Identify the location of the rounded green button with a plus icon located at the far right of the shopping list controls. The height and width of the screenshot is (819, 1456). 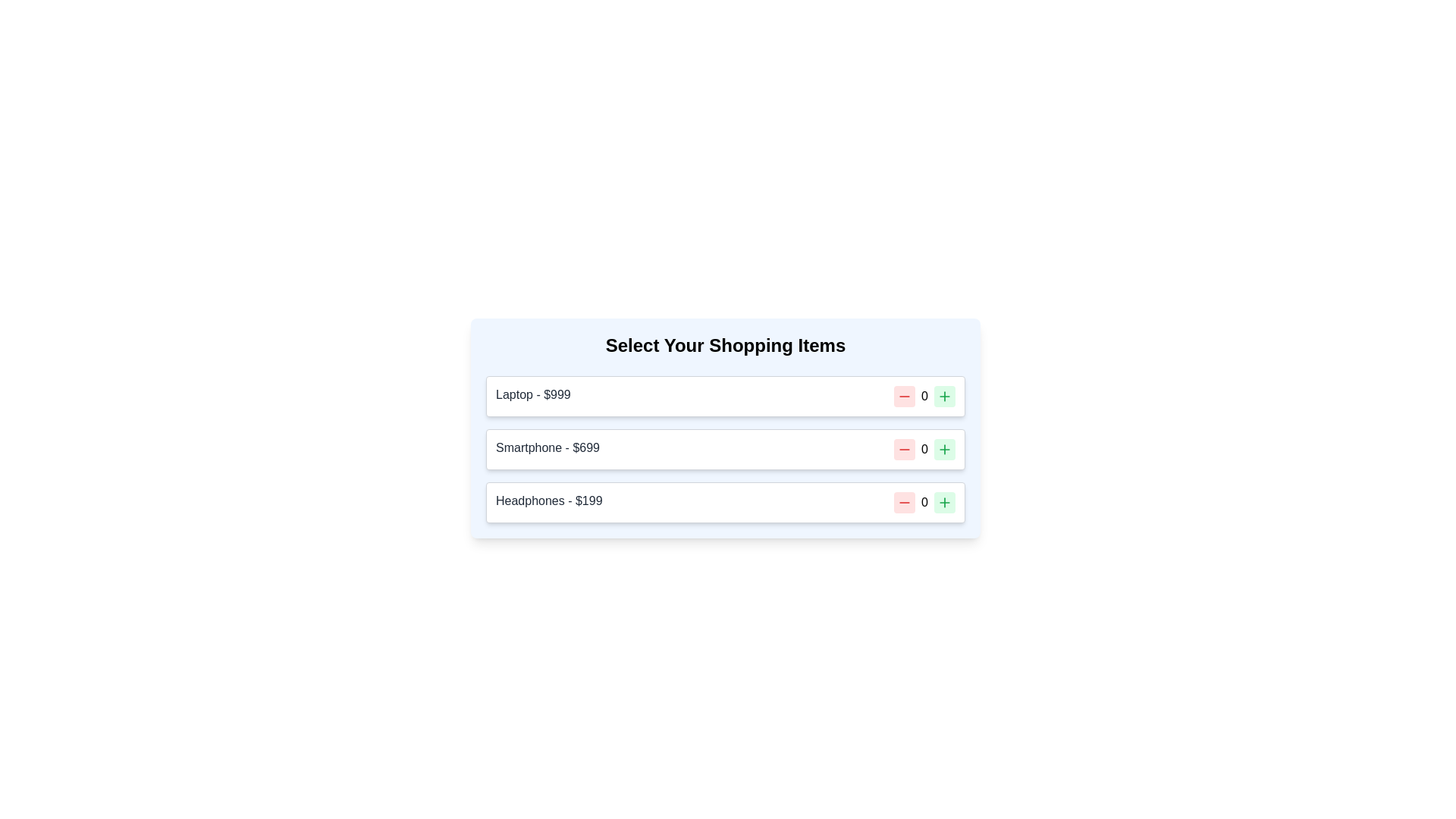
(944, 396).